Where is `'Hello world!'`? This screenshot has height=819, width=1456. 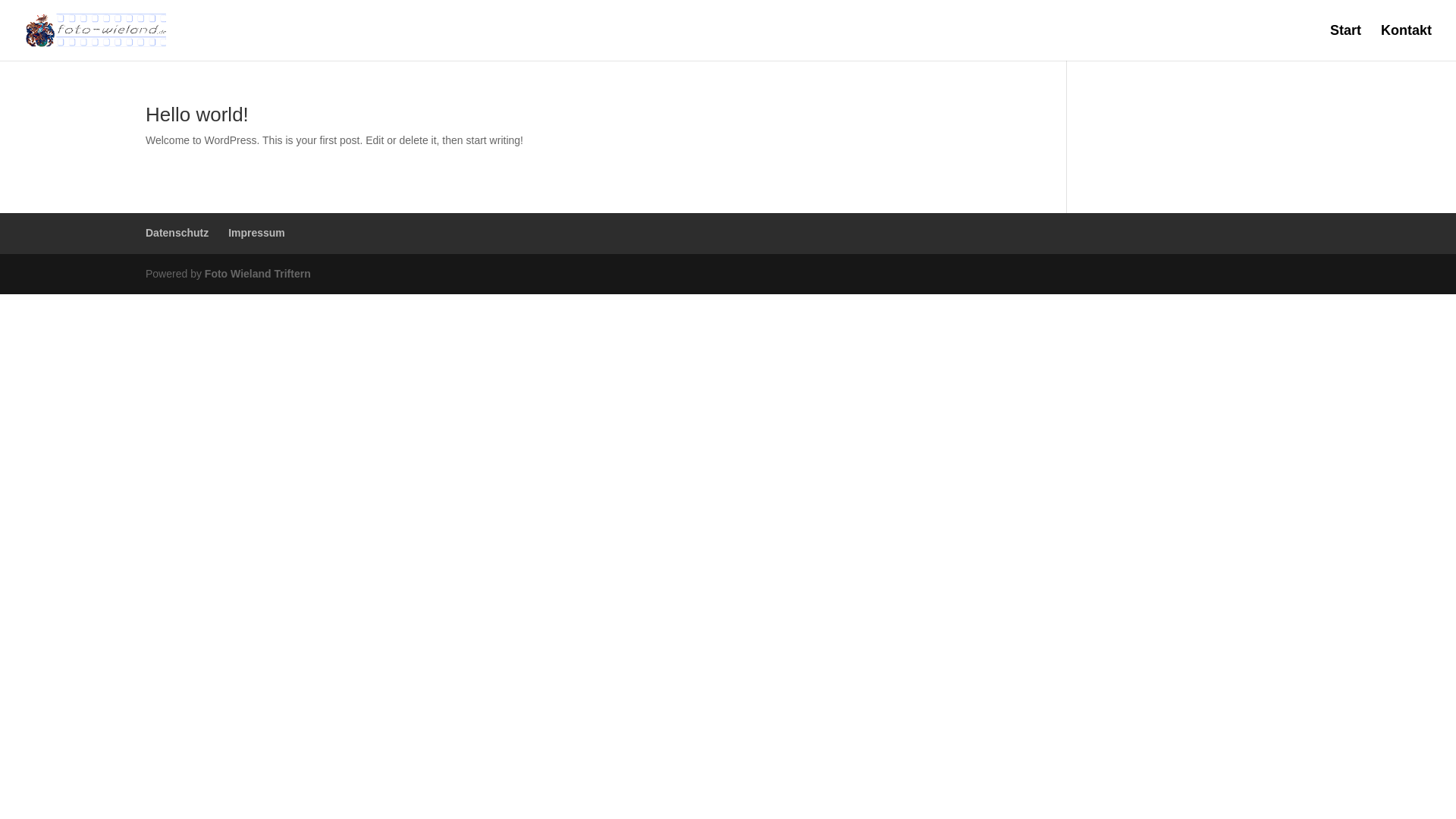 'Hello world!' is located at coordinates (196, 113).